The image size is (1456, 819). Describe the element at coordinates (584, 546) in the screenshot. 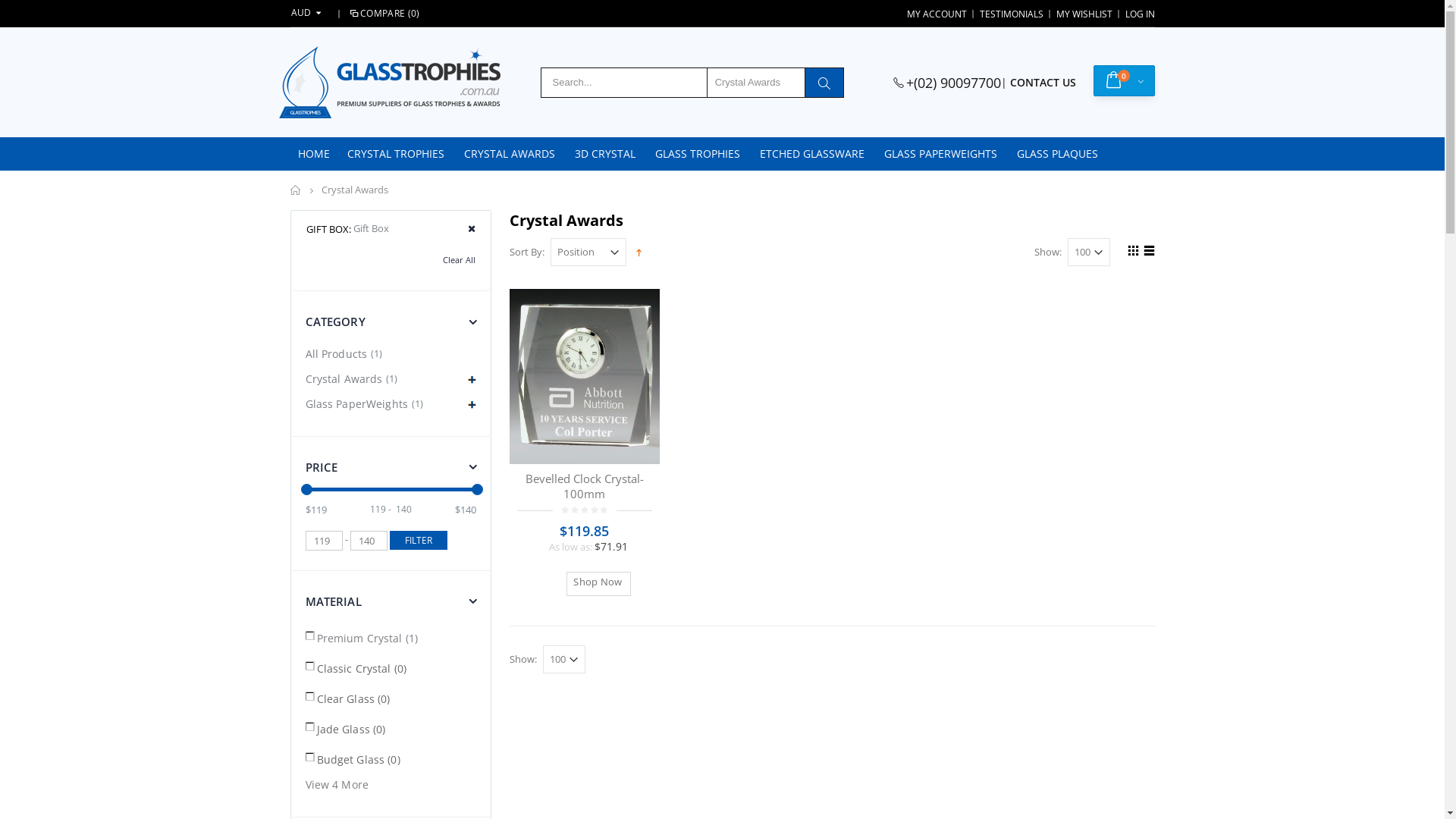

I see `'As low as: $71.91'` at that location.